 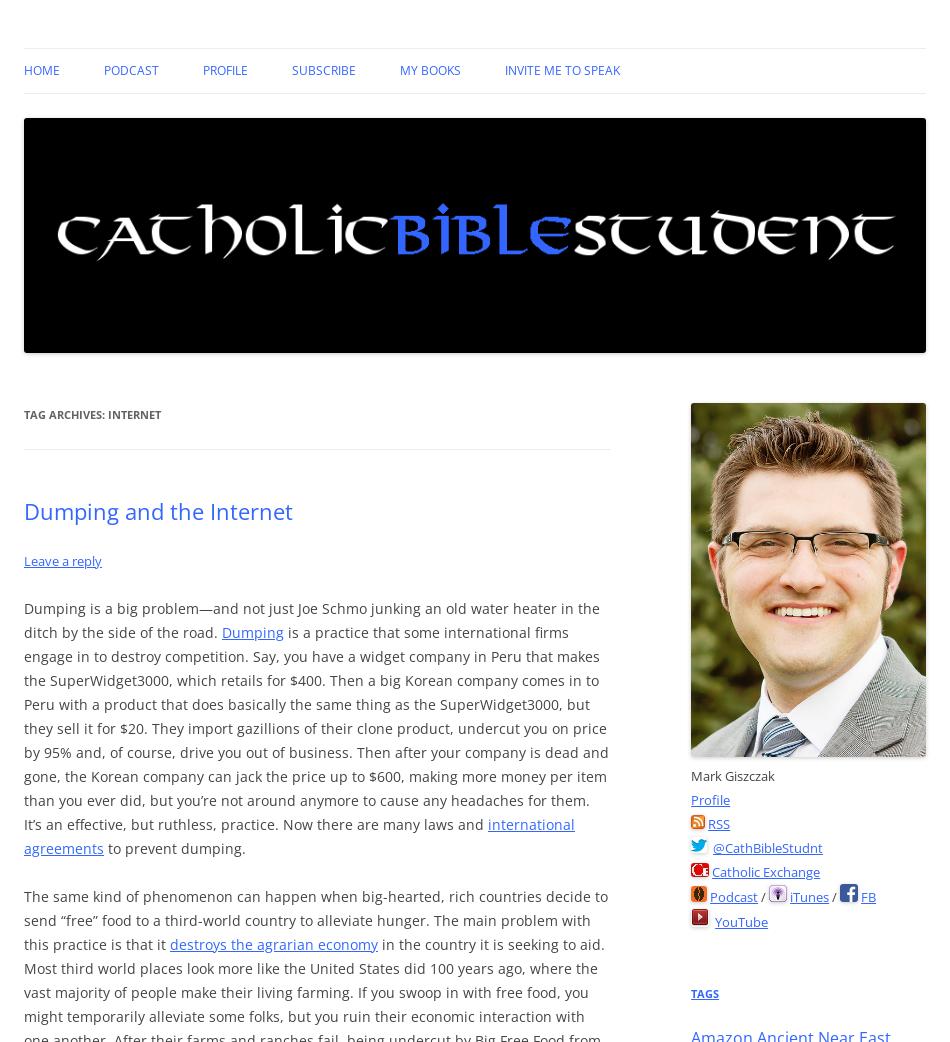 What do you see at coordinates (704, 992) in the screenshot?
I see `'Tags'` at bounding box center [704, 992].